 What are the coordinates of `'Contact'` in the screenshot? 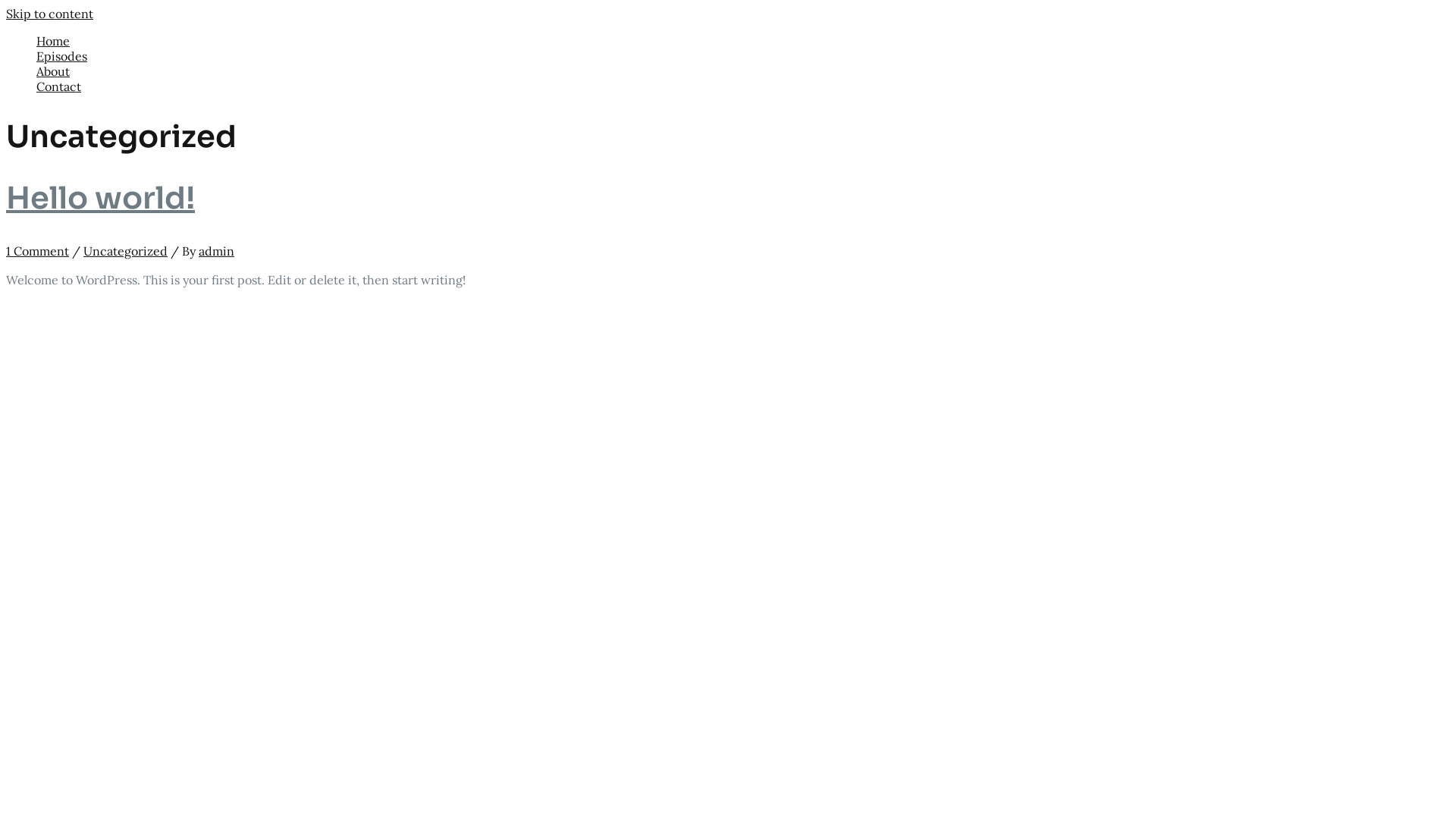 It's located at (742, 86).